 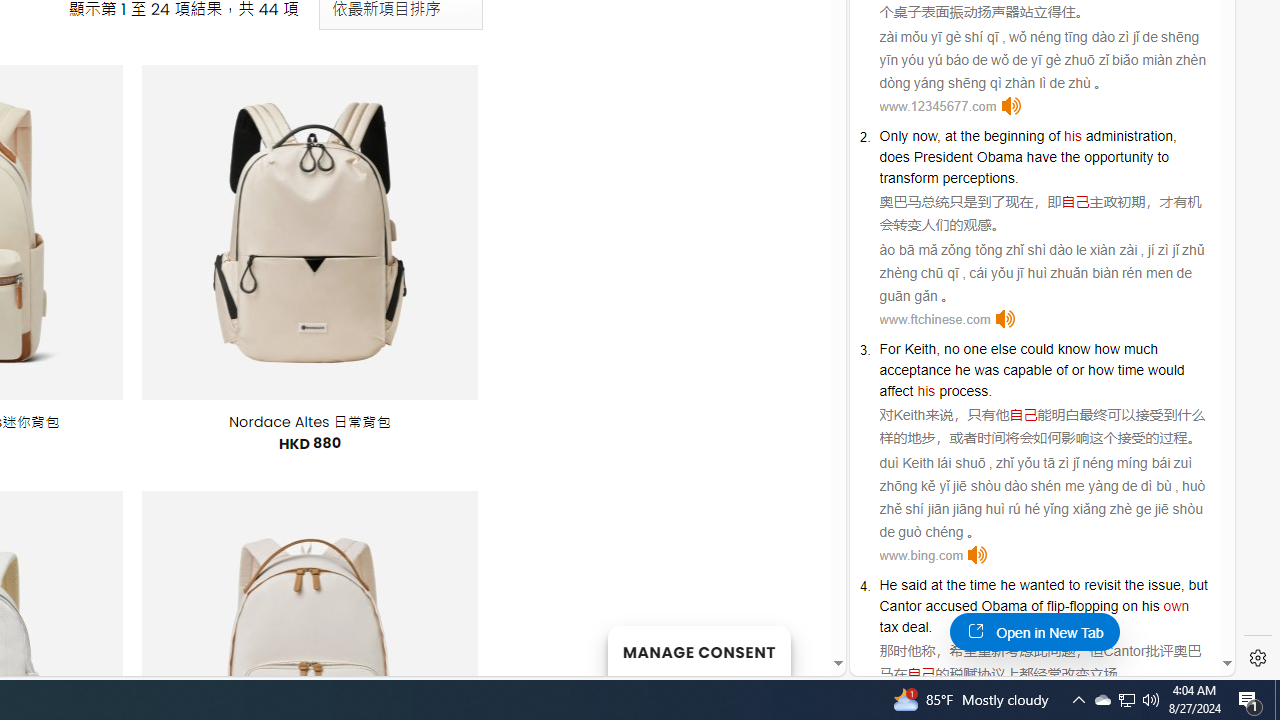 What do you see at coordinates (934, 318) in the screenshot?
I see `'www.ftchinese.com'` at bounding box center [934, 318].